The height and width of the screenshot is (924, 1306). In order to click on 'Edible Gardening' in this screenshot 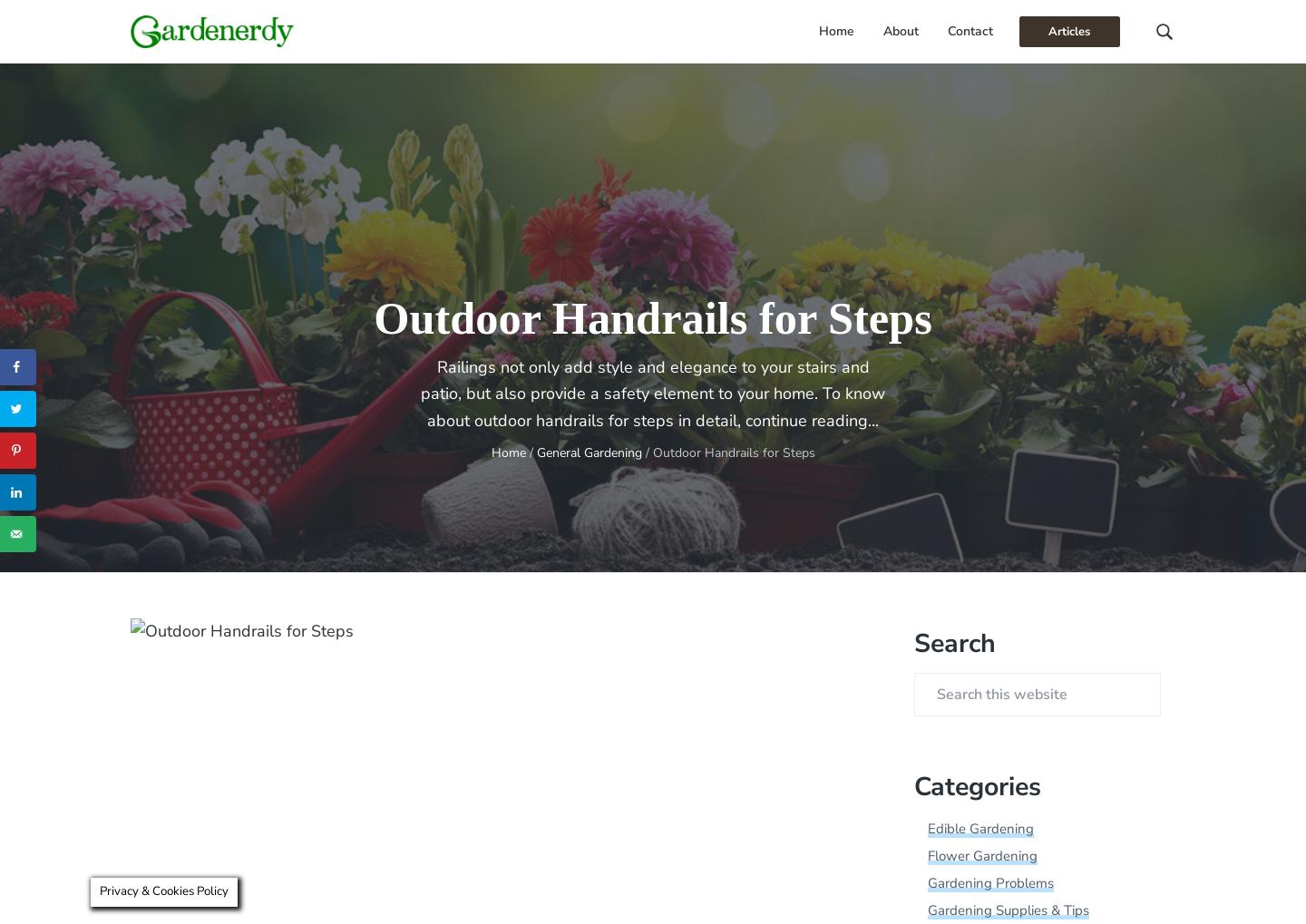, I will do `click(927, 829)`.